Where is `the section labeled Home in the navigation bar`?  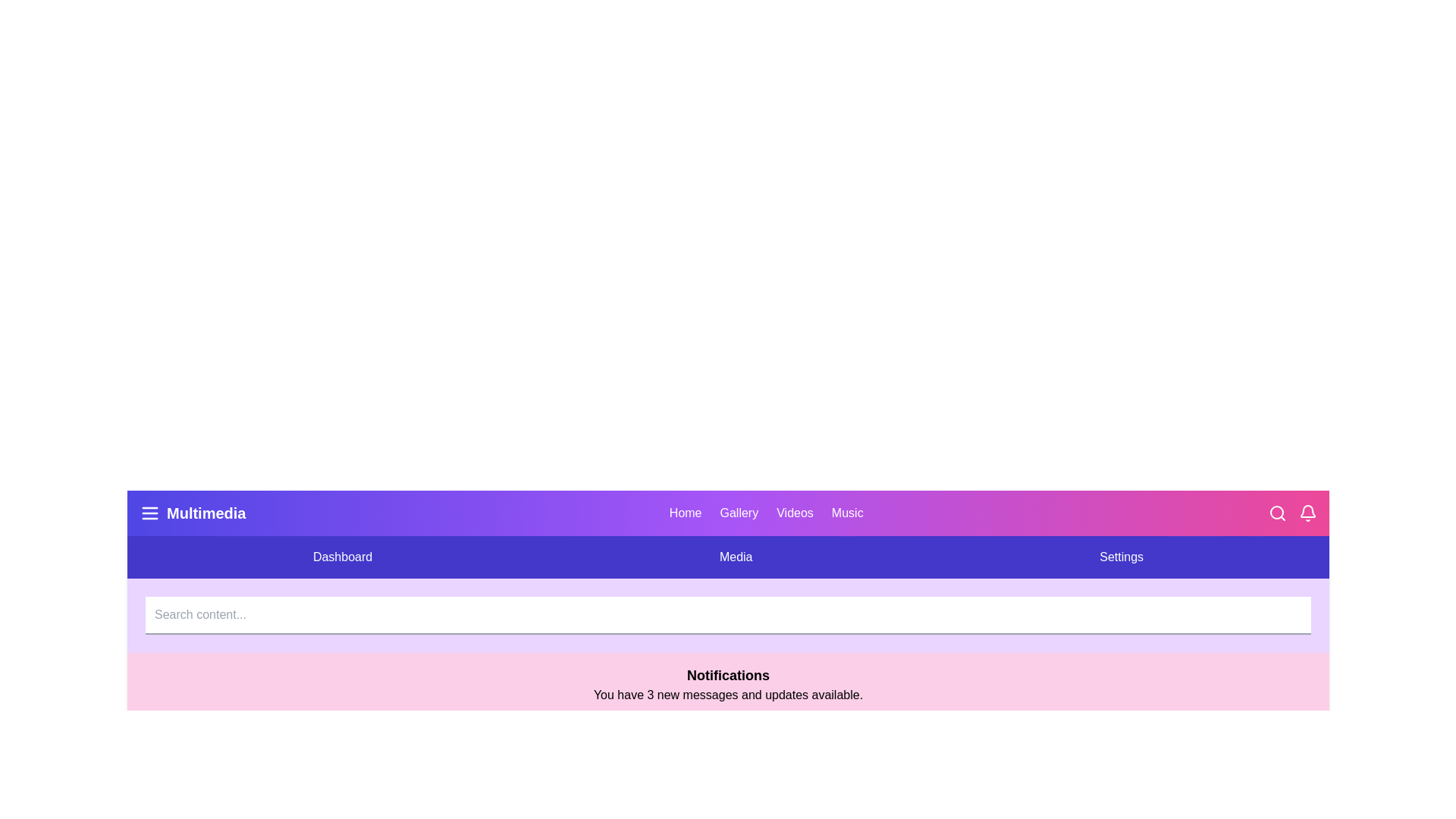
the section labeled Home in the navigation bar is located at coordinates (684, 513).